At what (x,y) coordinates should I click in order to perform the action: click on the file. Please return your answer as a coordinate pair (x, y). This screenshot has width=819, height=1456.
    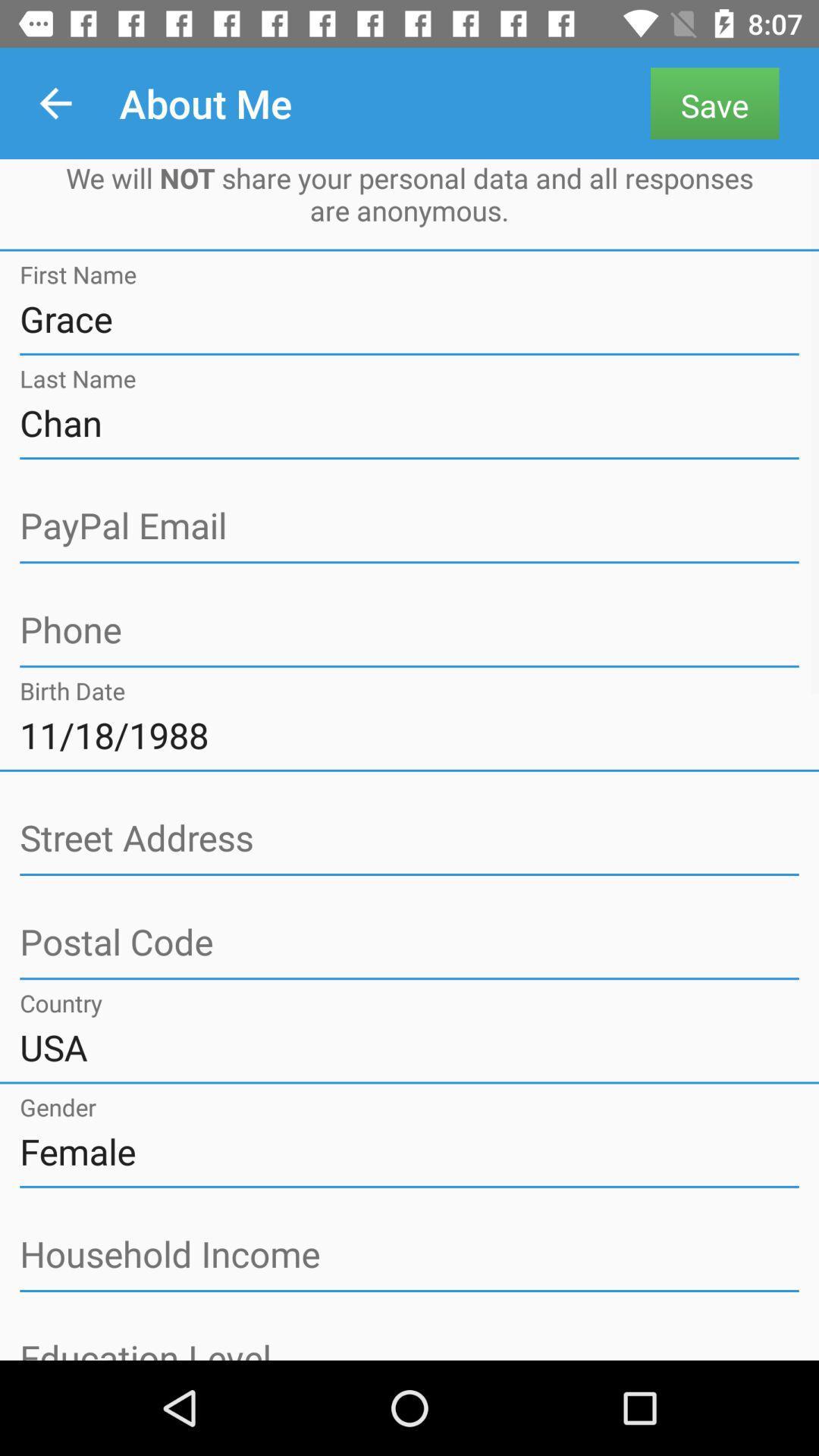
    Looking at the image, I should click on (409, 631).